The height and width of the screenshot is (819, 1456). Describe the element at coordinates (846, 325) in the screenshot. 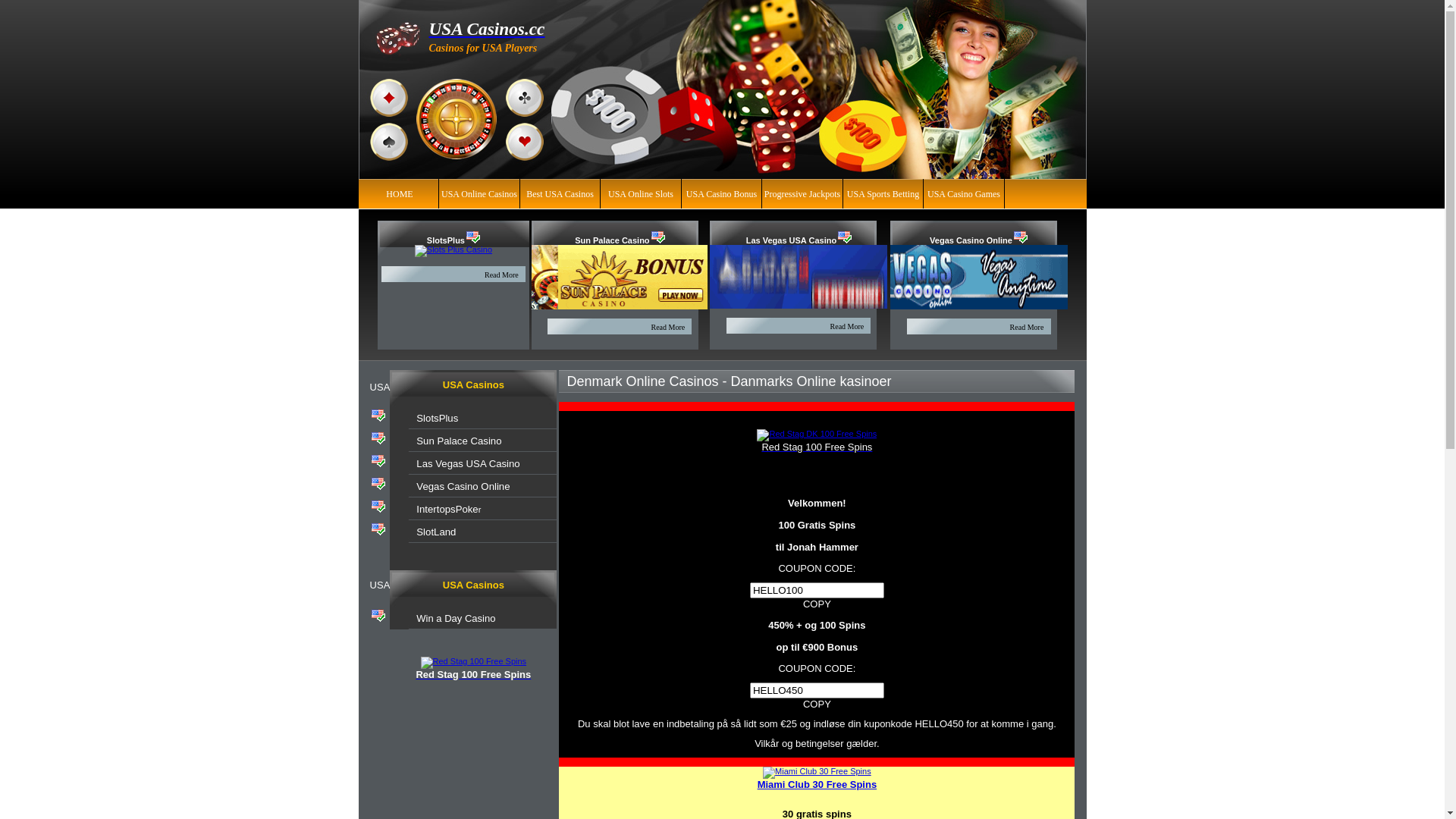

I see `'Read More'` at that location.